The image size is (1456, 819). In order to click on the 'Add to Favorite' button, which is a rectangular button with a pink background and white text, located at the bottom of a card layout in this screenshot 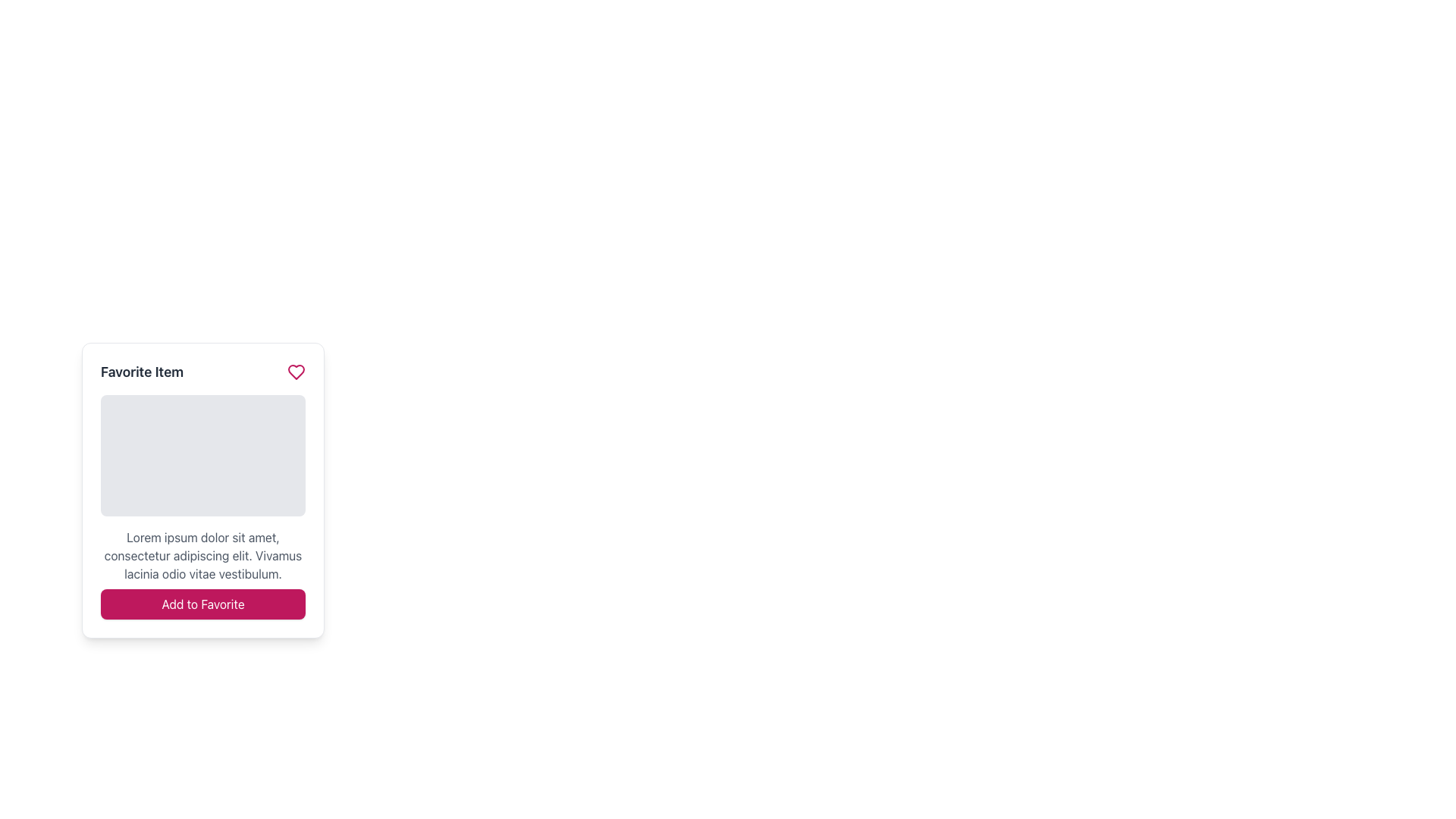, I will do `click(202, 604)`.